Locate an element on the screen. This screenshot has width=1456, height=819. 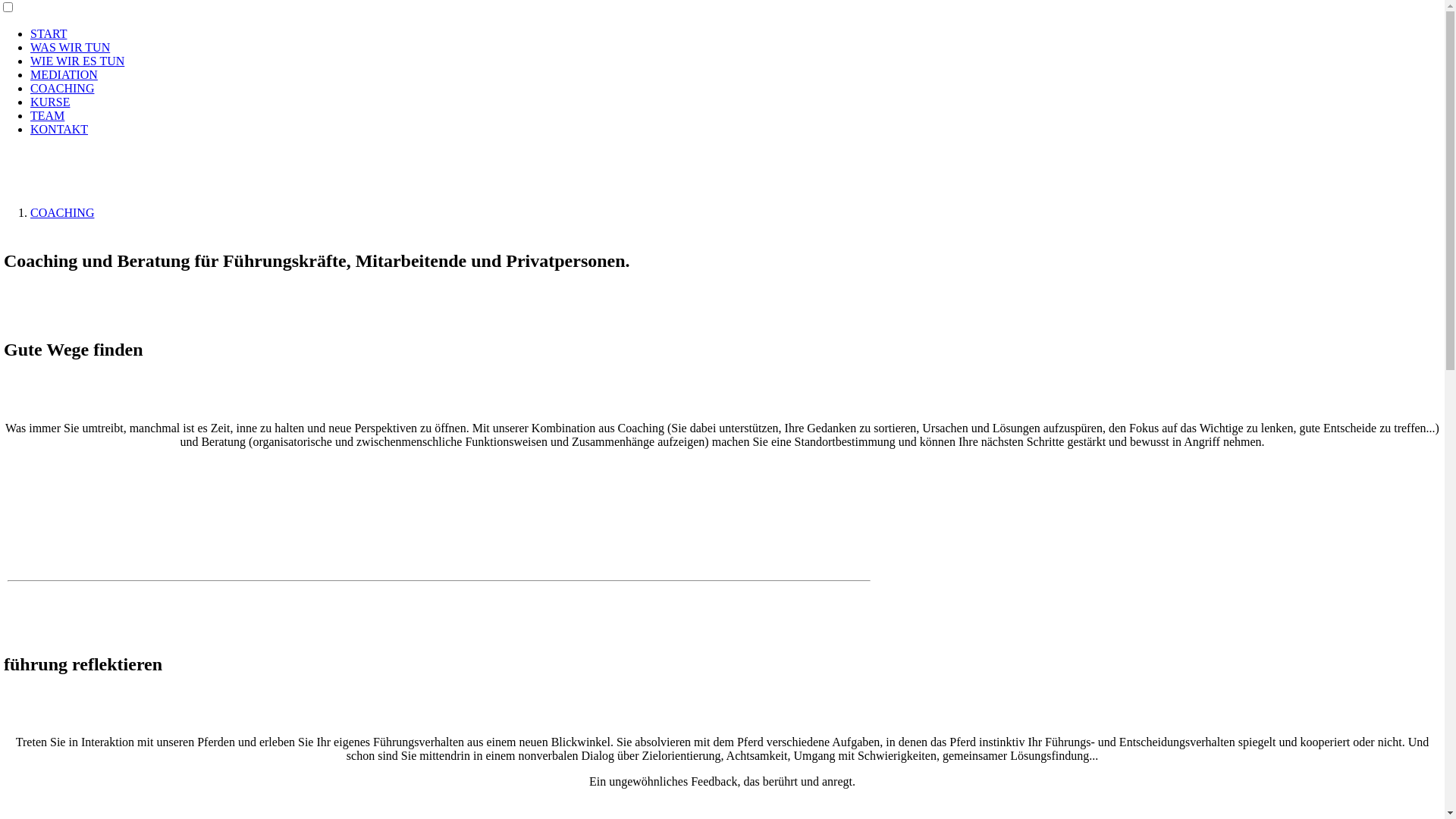
'MEDIATION' is located at coordinates (63, 74).